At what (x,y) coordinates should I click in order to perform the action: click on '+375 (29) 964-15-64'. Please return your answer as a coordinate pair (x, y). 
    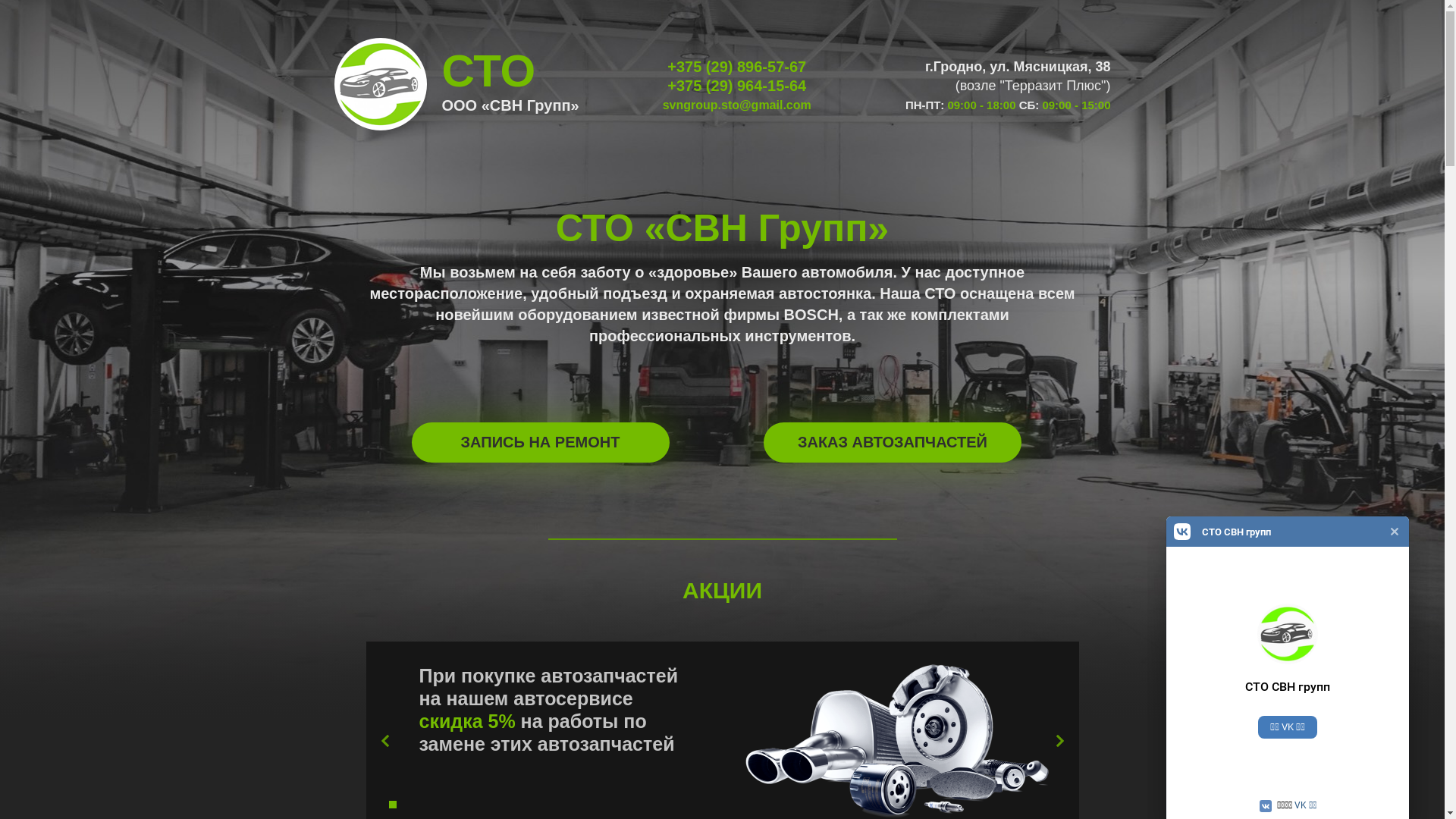
    Looking at the image, I should click on (667, 85).